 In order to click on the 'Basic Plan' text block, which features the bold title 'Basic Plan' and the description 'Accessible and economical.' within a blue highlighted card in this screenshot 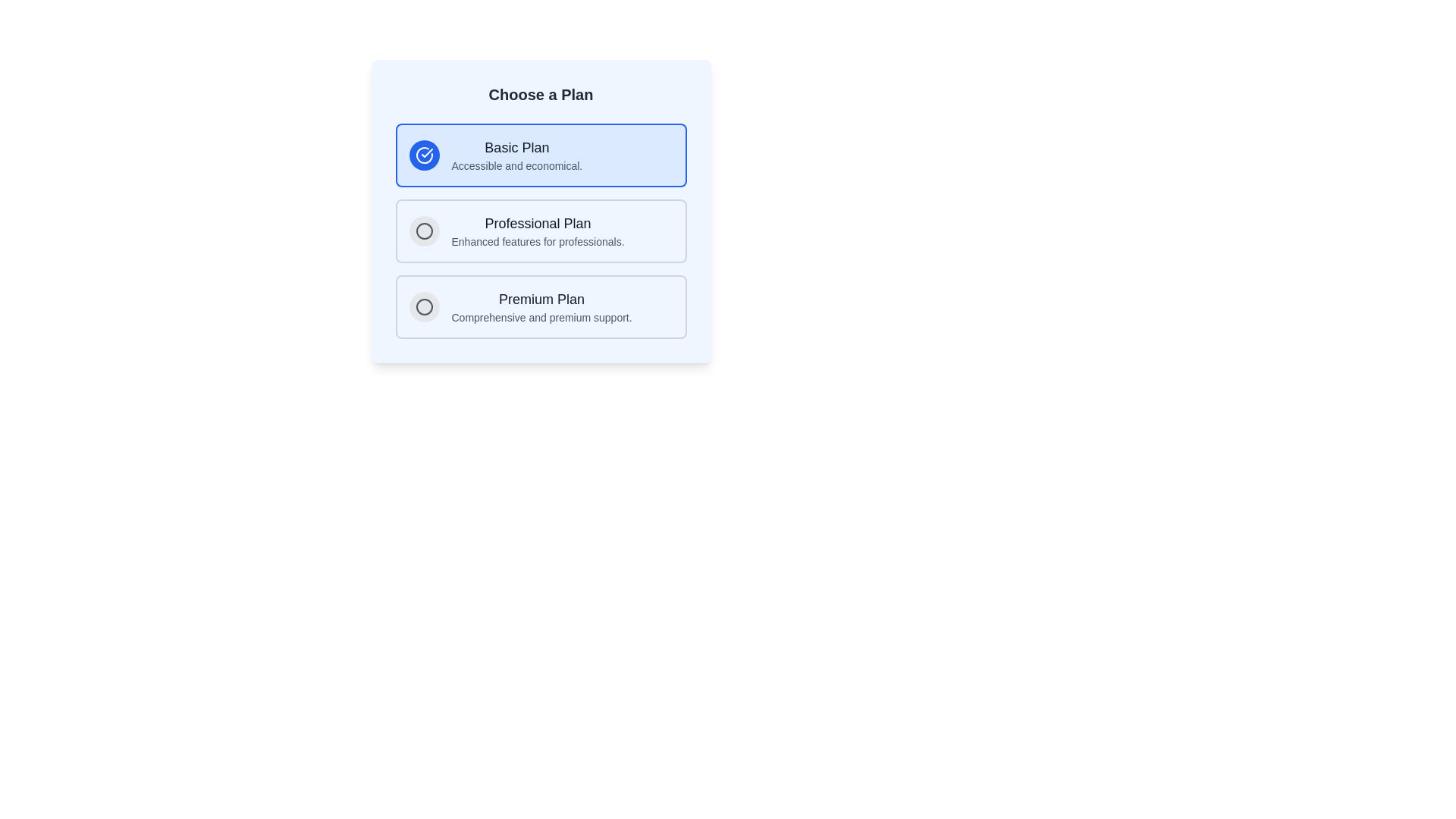, I will do `click(516, 155)`.